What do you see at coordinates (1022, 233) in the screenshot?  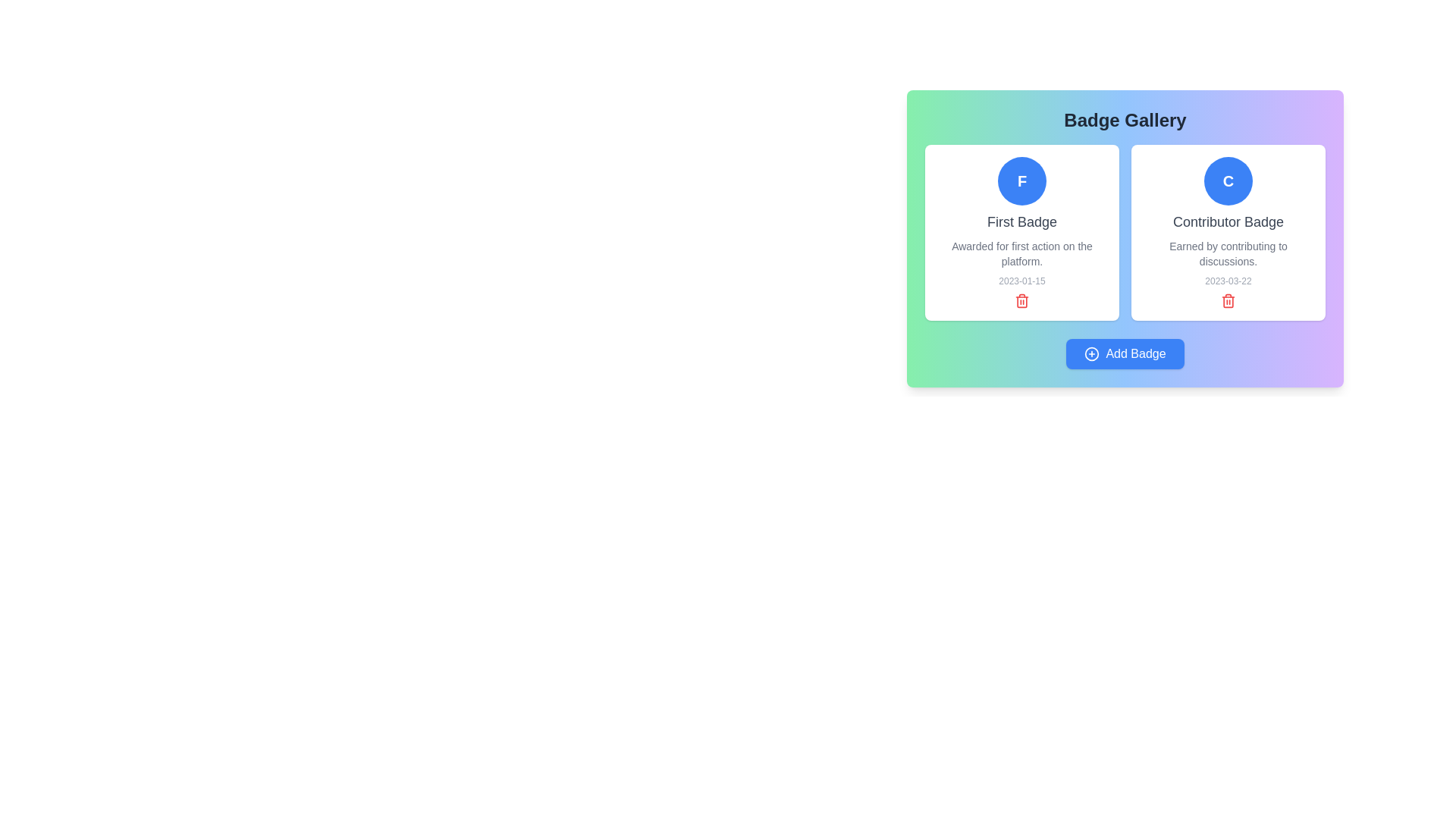 I see `the Badge Card, which is the leftmost card in a two-card row displaying badge details` at bounding box center [1022, 233].